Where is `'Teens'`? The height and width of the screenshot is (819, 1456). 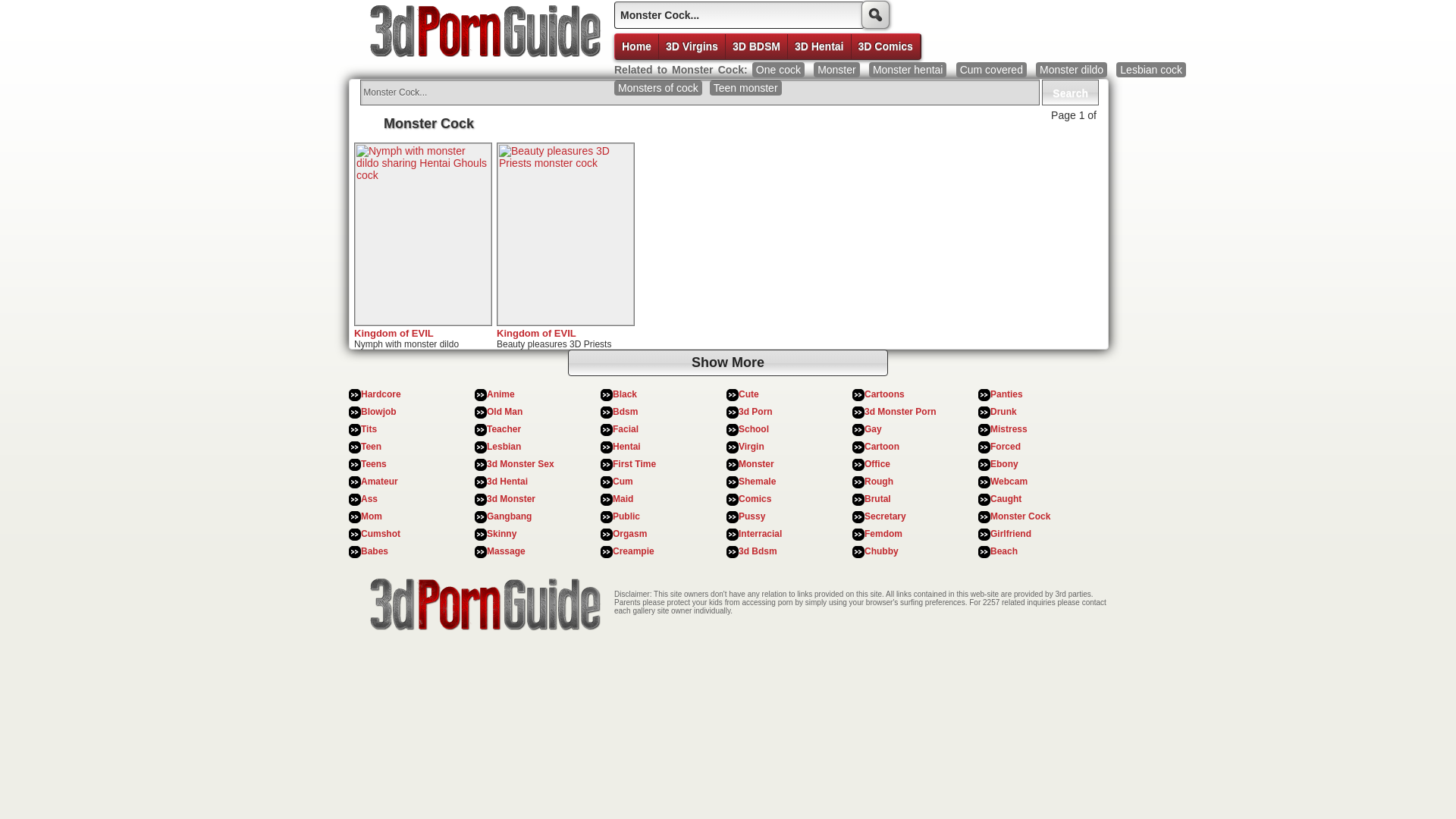 'Teens' is located at coordinates (374, 463).